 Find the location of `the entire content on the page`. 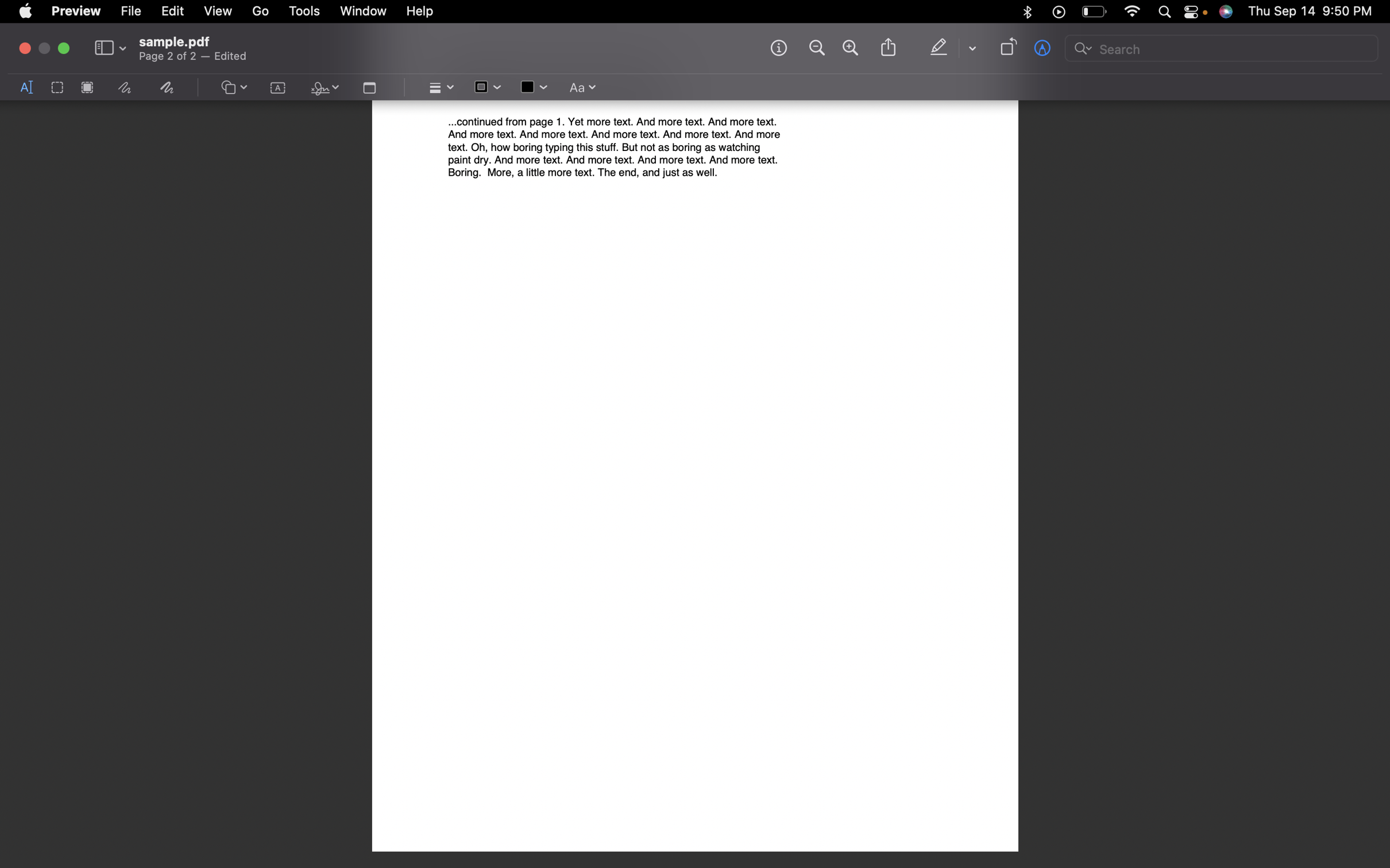

the entire content on the page is located at coordinates (1999515, 200074).